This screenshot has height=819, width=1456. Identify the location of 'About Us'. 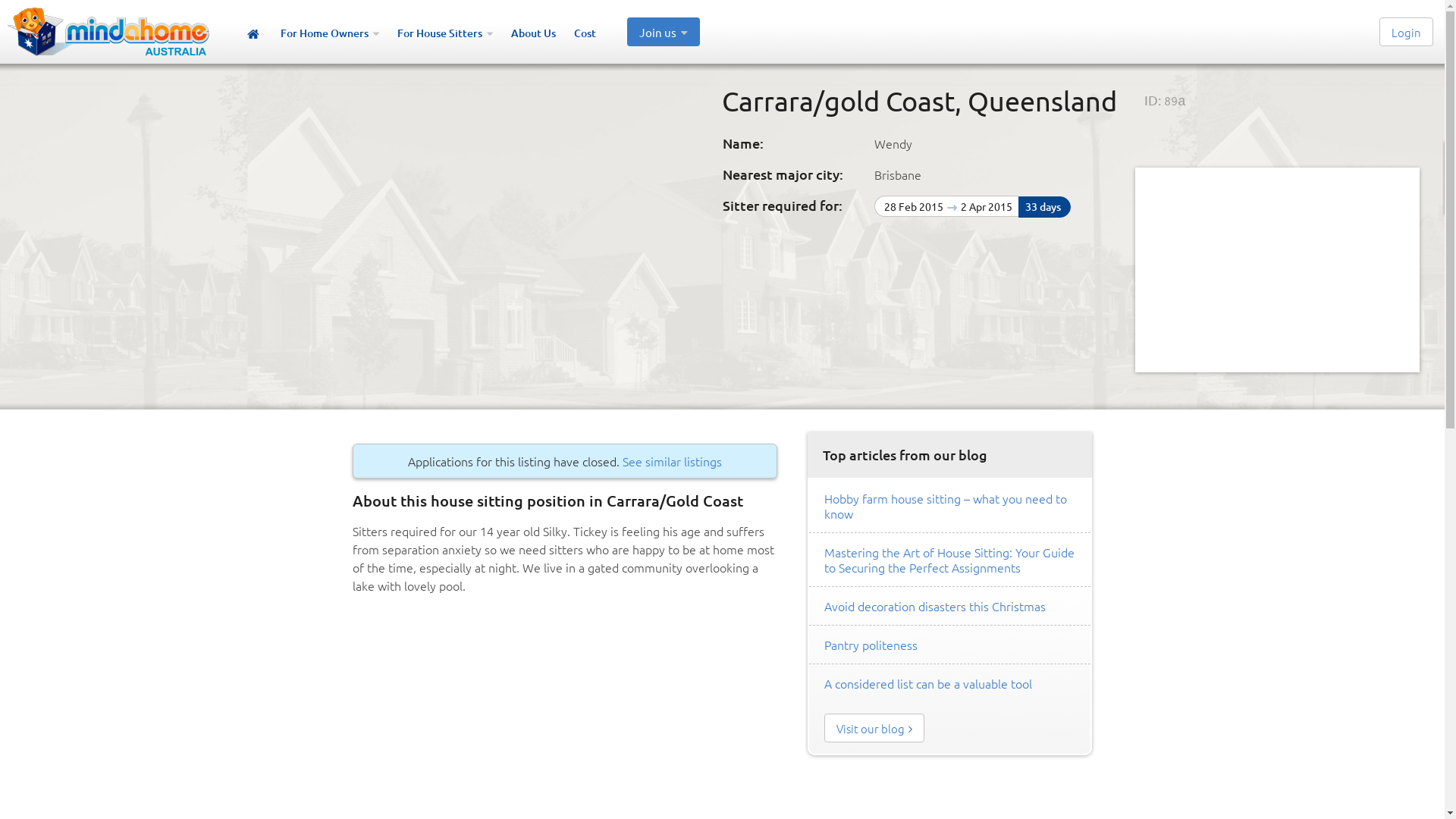
(533, 34).